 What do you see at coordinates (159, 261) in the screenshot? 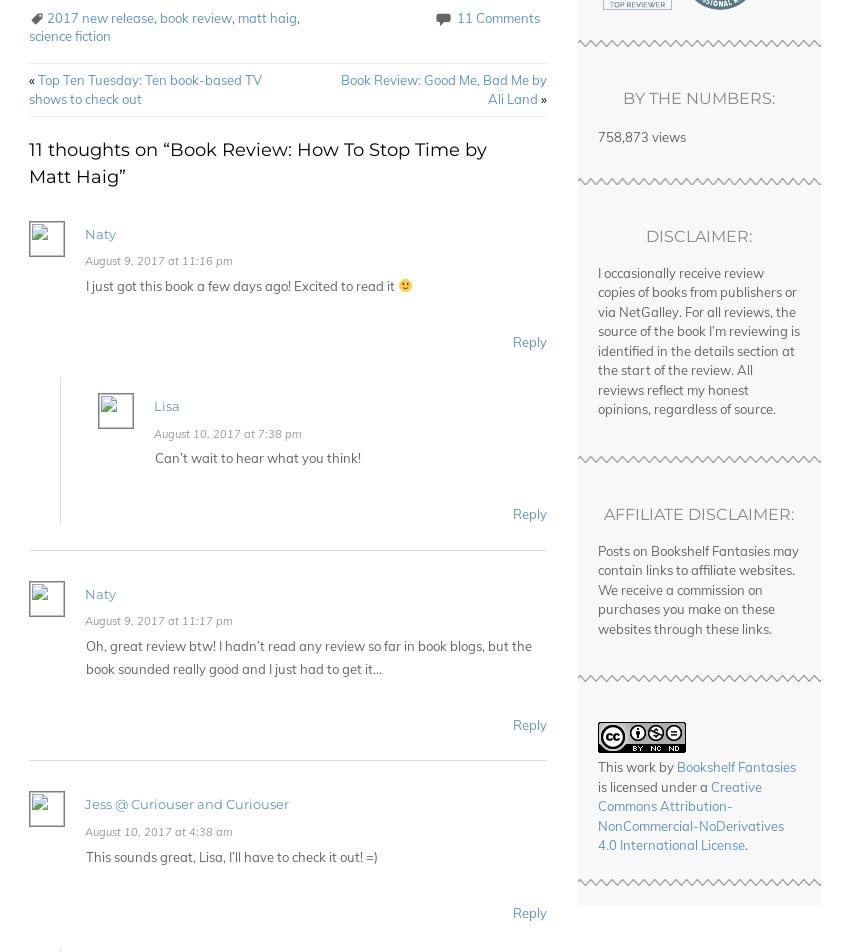
I see `'August 9, 2017 at 11:16 pm'` at bounding box center [159, 261].